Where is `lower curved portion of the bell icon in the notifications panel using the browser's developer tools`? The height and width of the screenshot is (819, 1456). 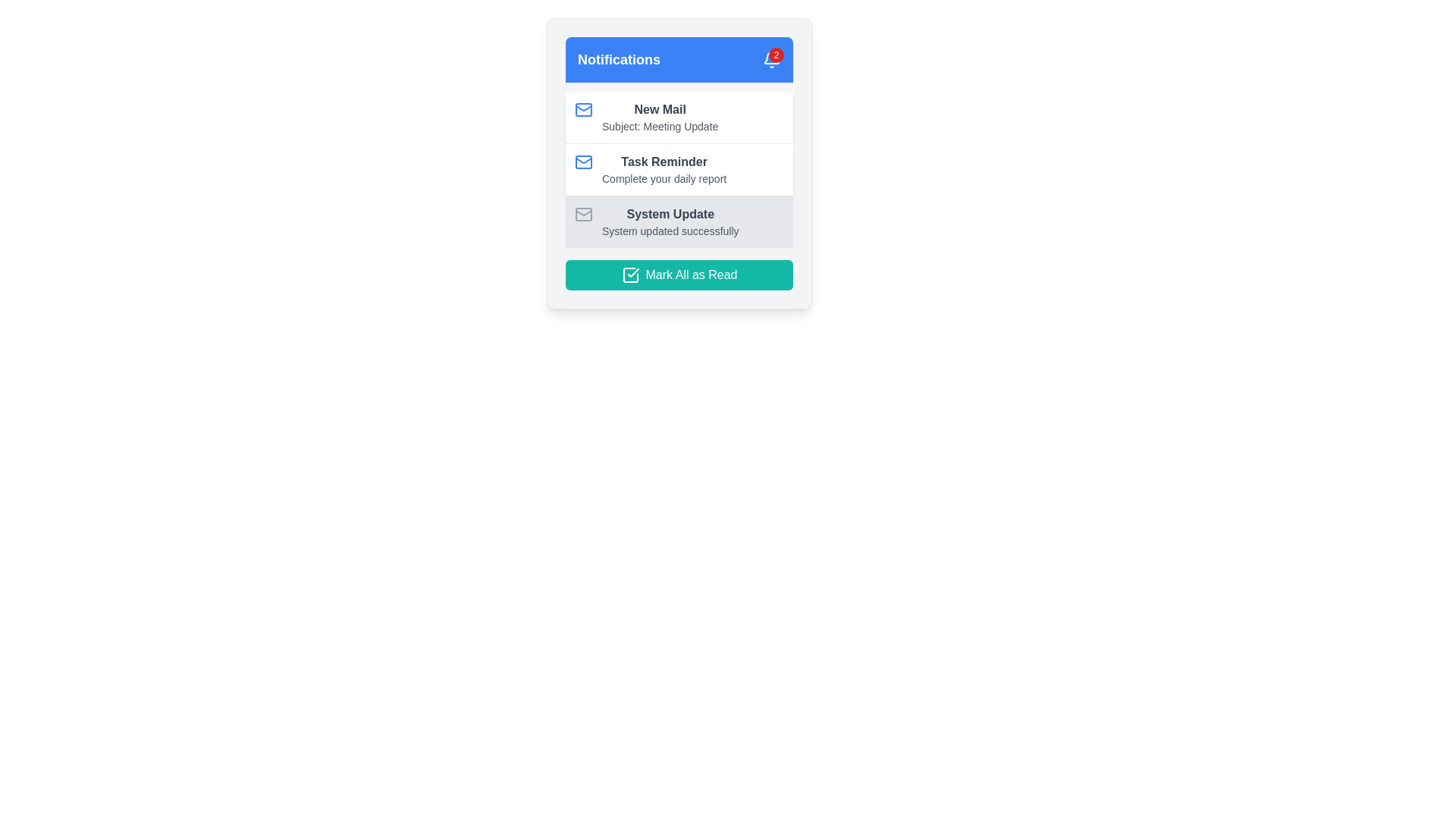
lower curved portion of the bell icon in the notifications panel using the browser's developer tools is located at coordinates (771, 57).